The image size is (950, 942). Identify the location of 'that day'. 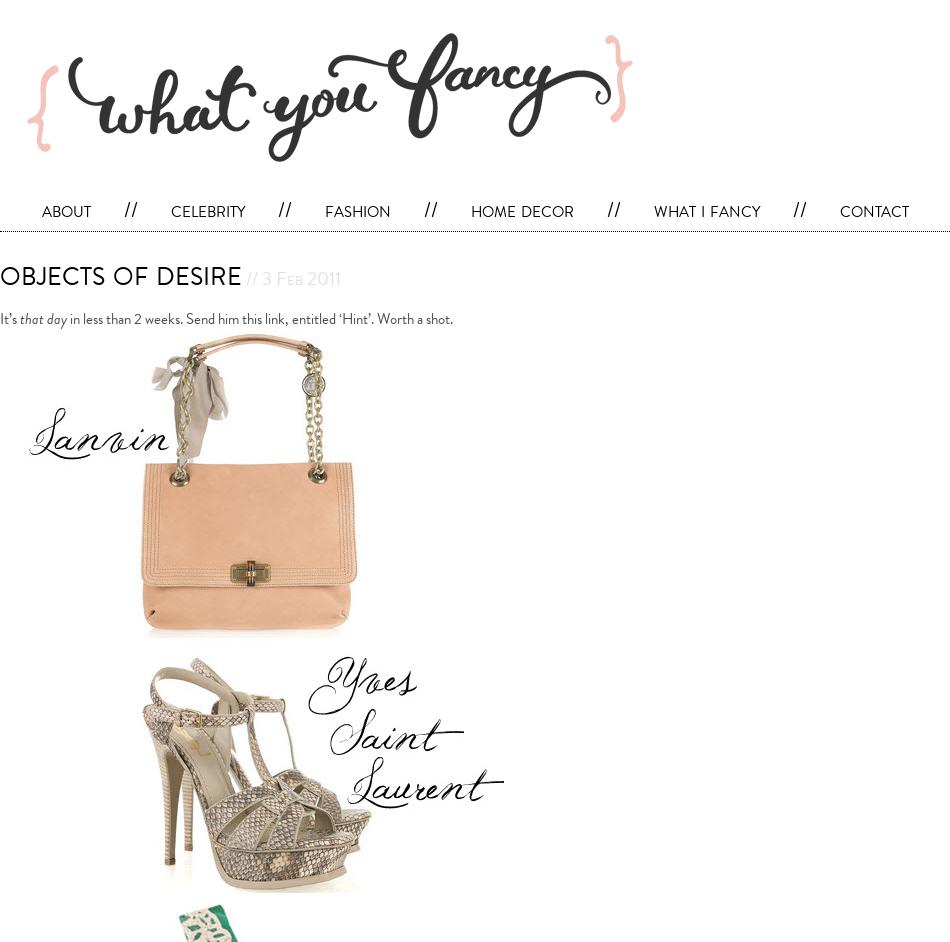
(43, 318).